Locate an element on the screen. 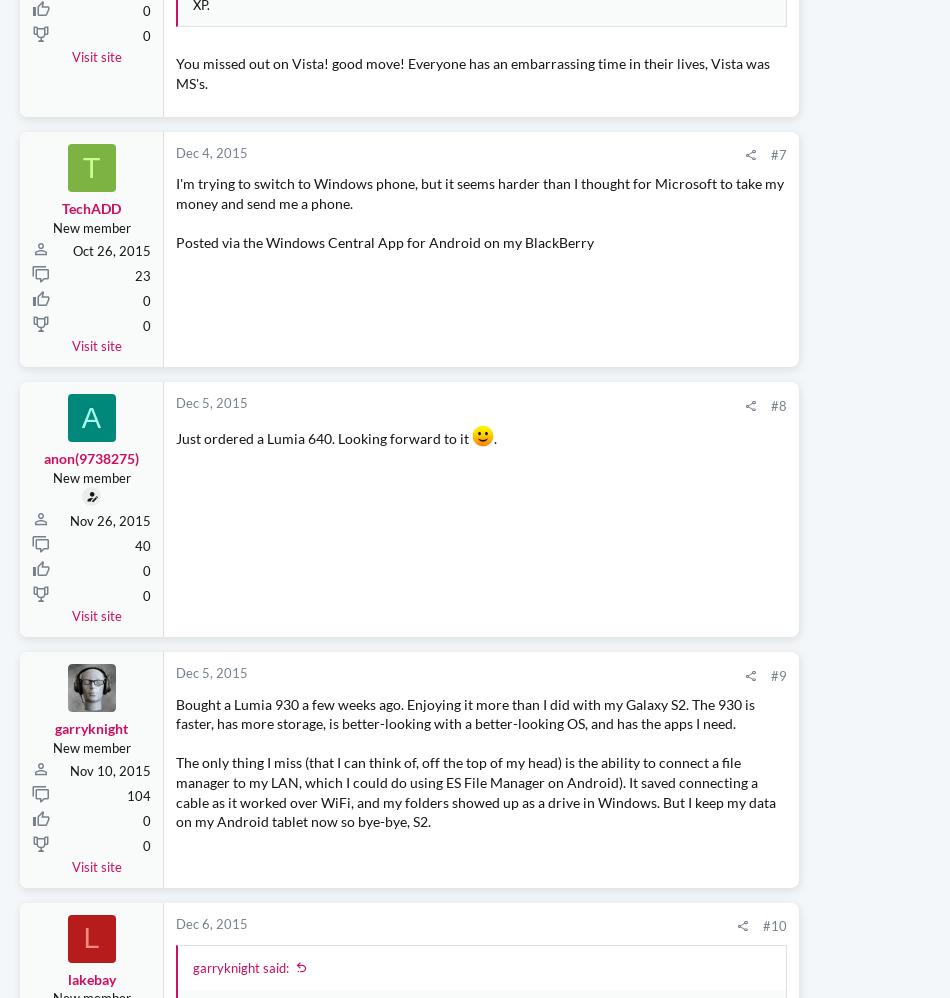 The image size is (950, 998). '2,239,238' is located at coordinates (897, 55).